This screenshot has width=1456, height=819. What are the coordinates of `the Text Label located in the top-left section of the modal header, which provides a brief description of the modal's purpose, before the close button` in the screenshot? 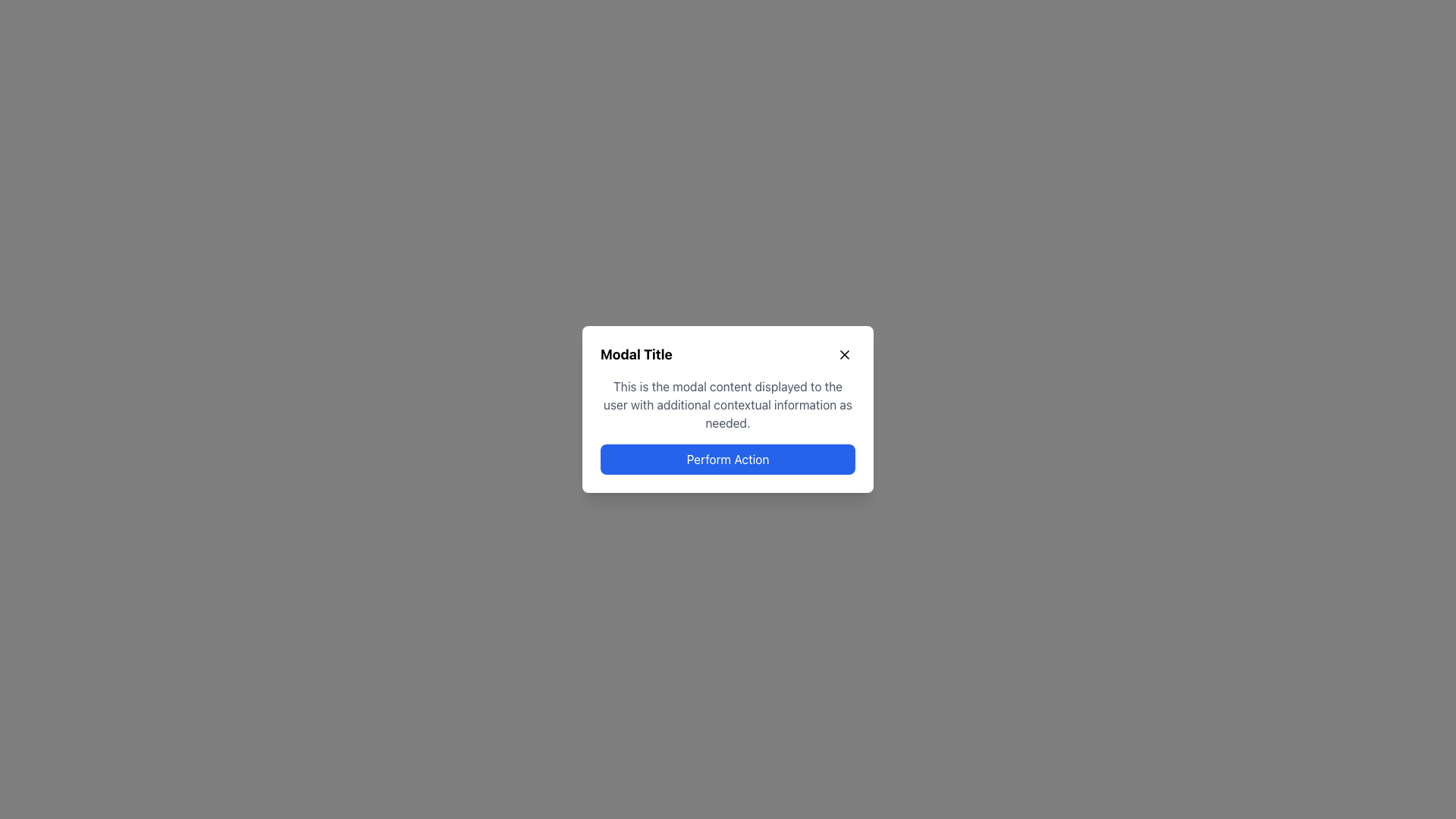 It's located at (636, 354).